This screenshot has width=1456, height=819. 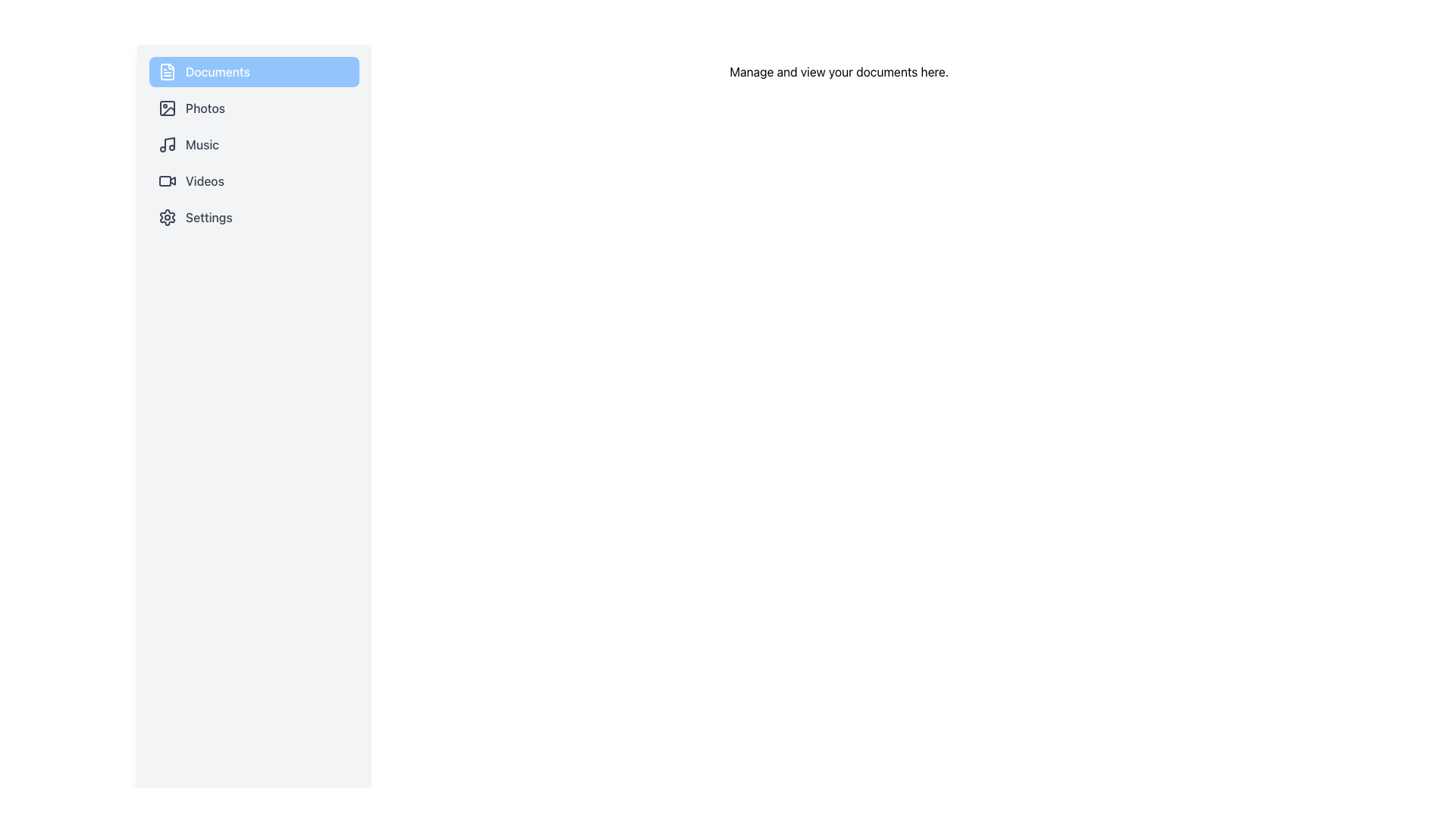 I want to click on the gear-shaped decorative icon associated with the 'Settings' label in the sidebar menu for context, so click(x=167, y=217).